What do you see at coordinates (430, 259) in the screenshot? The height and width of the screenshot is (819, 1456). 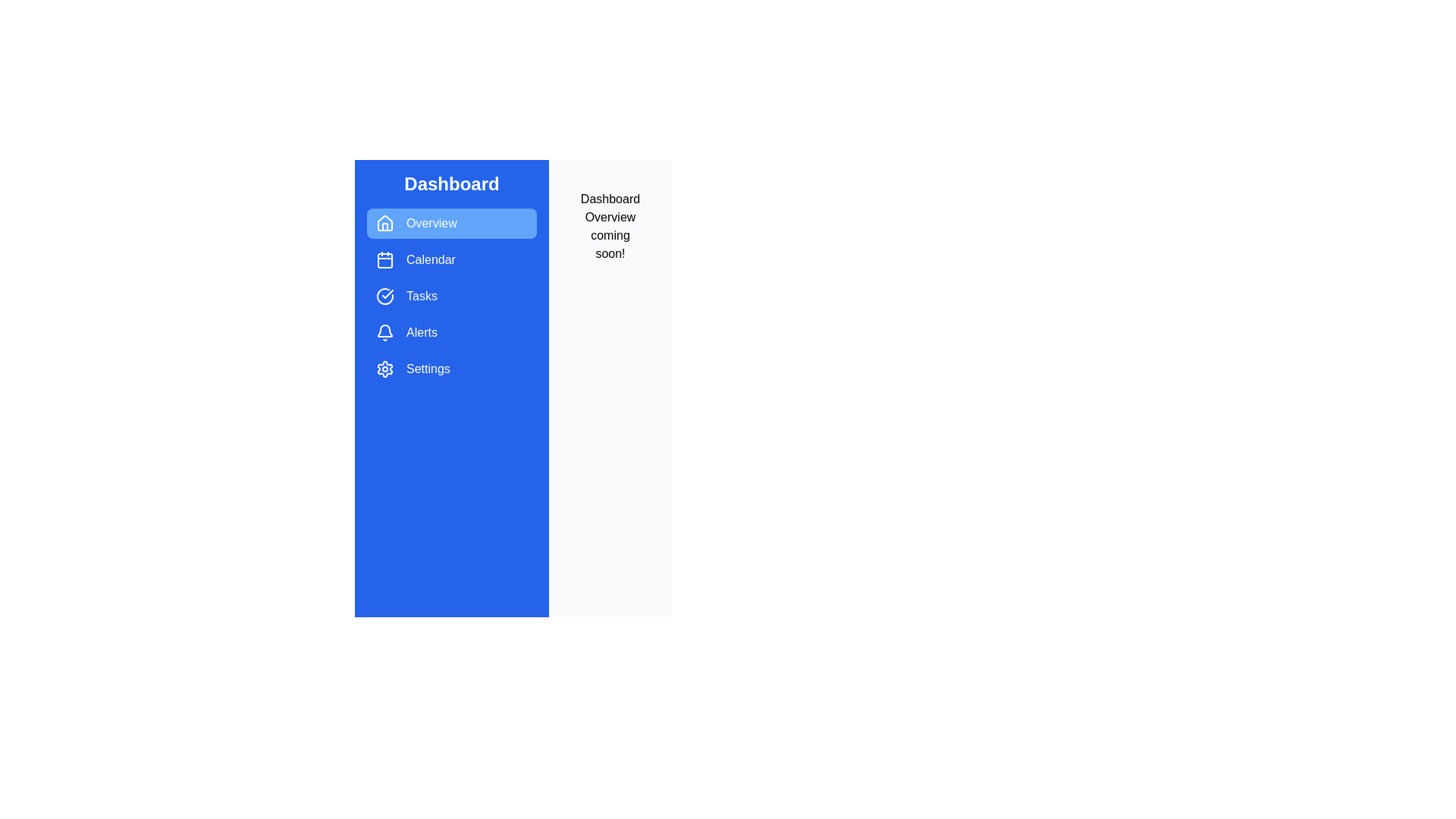 I see `the text label in the navigation menu that likely navigates to a calendar-related feature, located between 'Overview' and 'Tasks'` at bounding box center [430, 259].